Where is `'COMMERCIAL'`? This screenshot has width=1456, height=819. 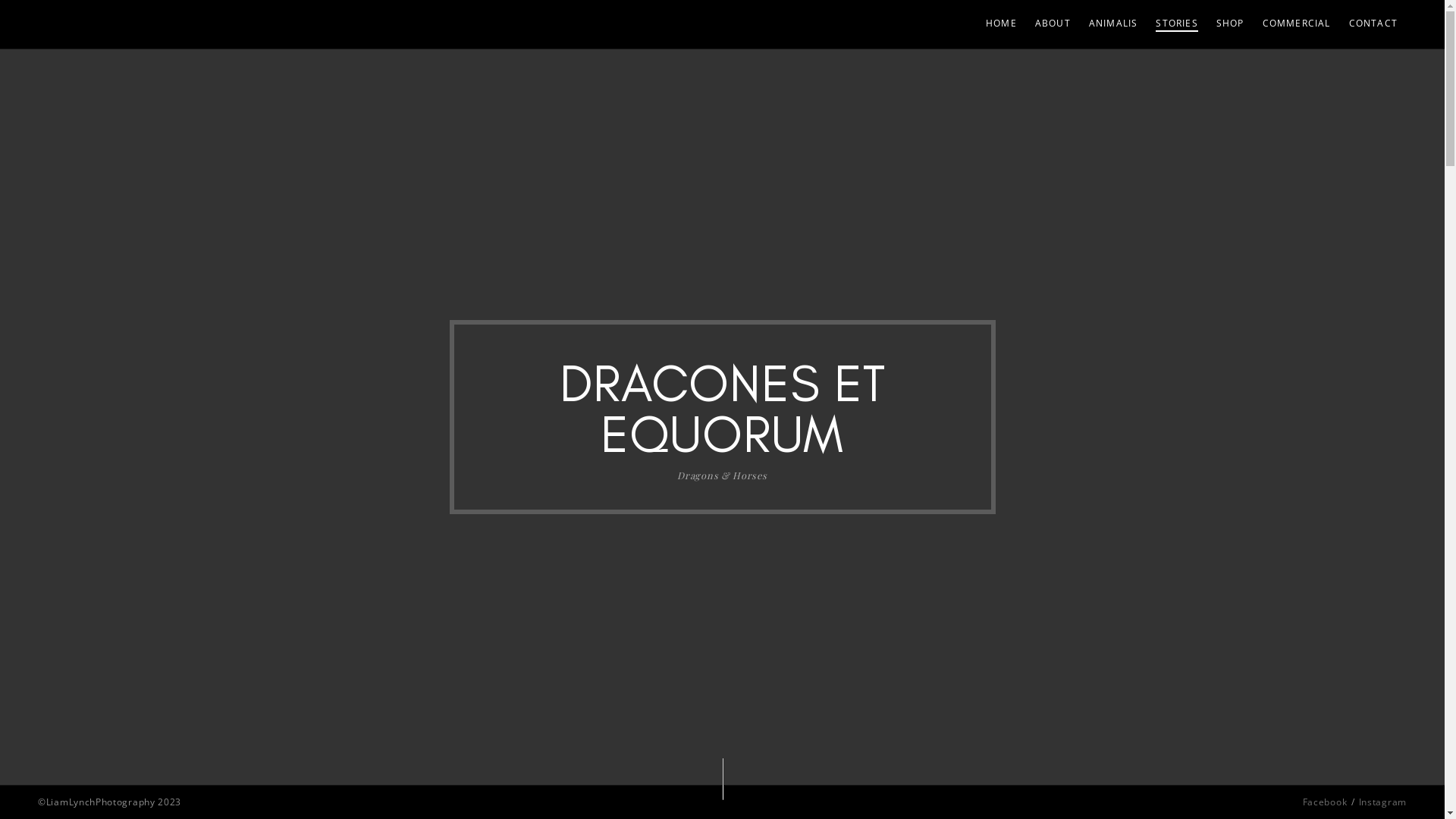
'COMMERCIAL' is located at coordinates (1295, 24).